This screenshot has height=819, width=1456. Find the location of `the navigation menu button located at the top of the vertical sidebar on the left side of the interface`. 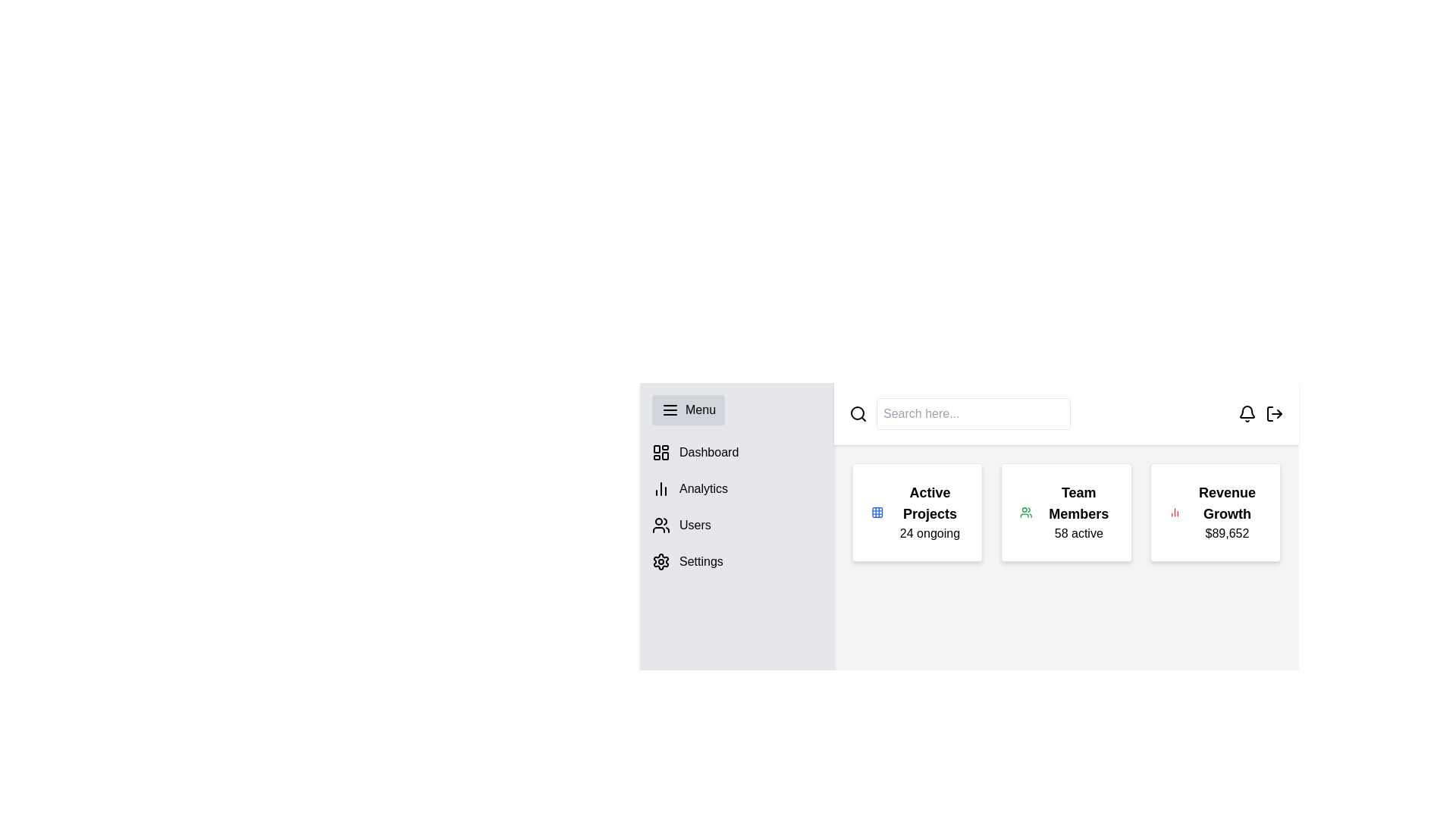

the navigation menu button located at the top of the vertical sidebar on the left side of the interface is located at coordinates (687, 409).